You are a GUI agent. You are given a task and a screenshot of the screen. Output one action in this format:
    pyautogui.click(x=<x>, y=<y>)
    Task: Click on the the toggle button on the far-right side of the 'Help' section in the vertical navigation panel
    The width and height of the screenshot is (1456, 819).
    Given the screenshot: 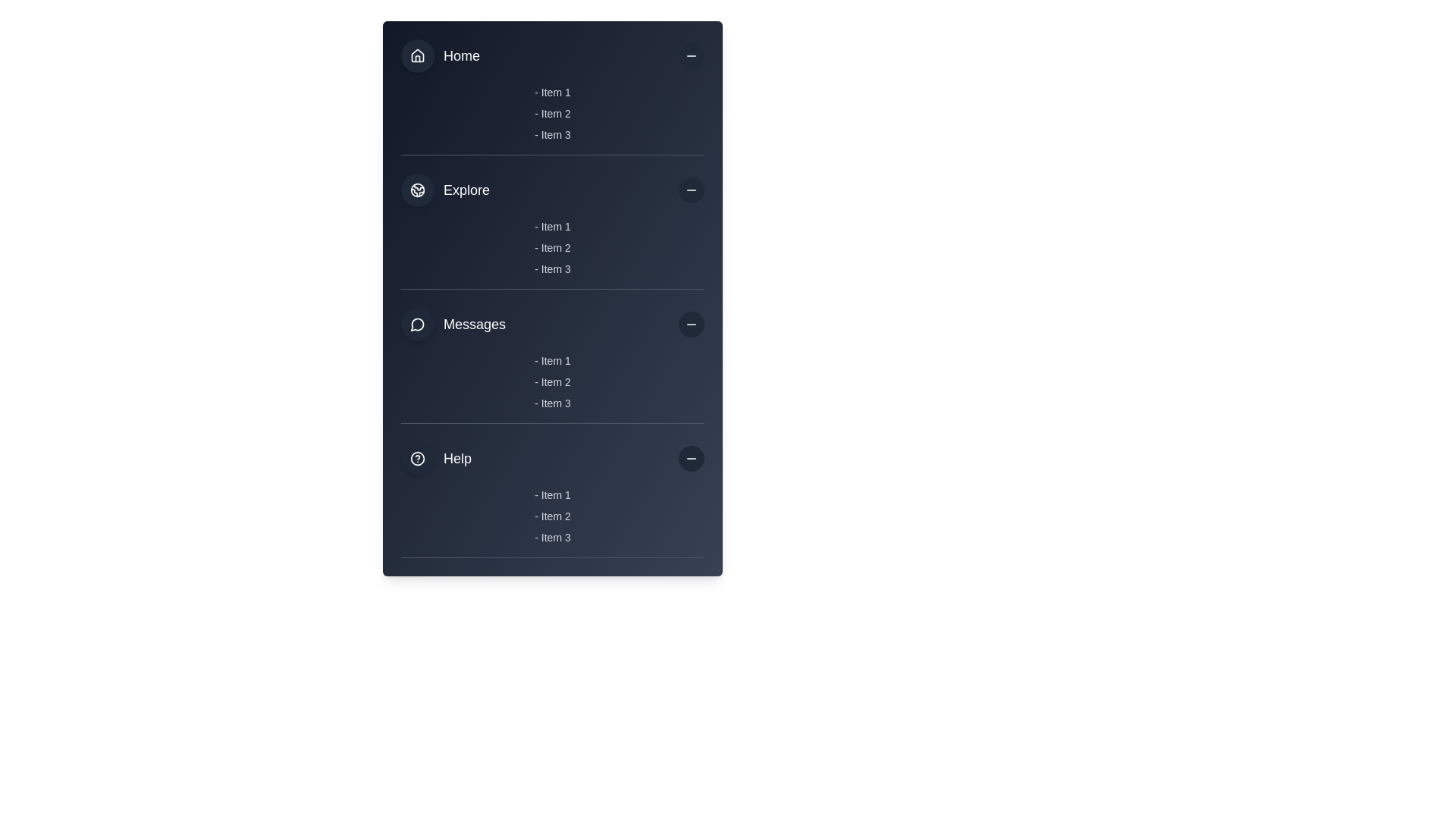 What is the action you would take?
    pyautogui.click(x=691, y=458)
    